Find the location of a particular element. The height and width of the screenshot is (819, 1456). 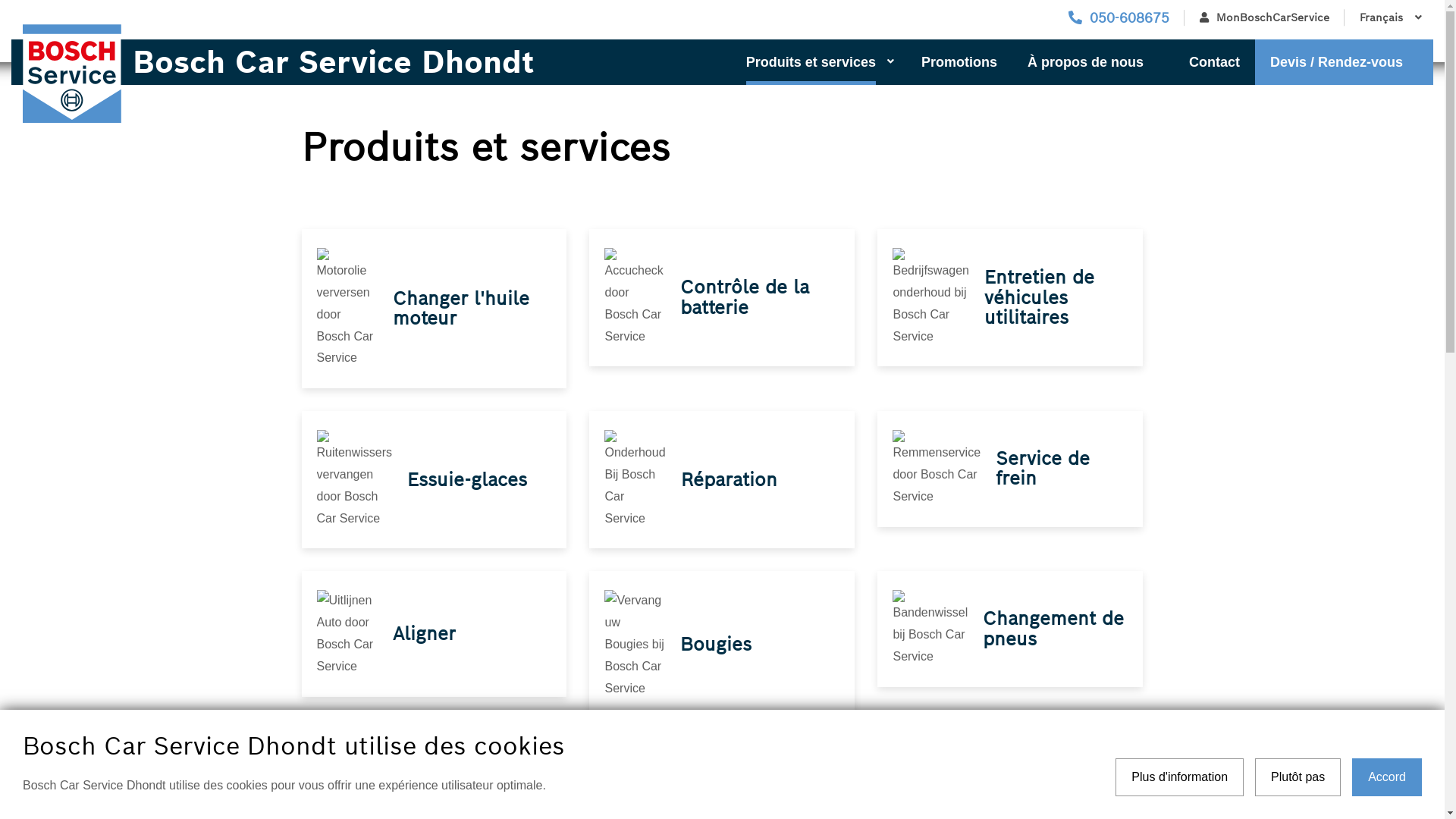

'Changer l'huile moteur' is located at coordinates (460, 307).